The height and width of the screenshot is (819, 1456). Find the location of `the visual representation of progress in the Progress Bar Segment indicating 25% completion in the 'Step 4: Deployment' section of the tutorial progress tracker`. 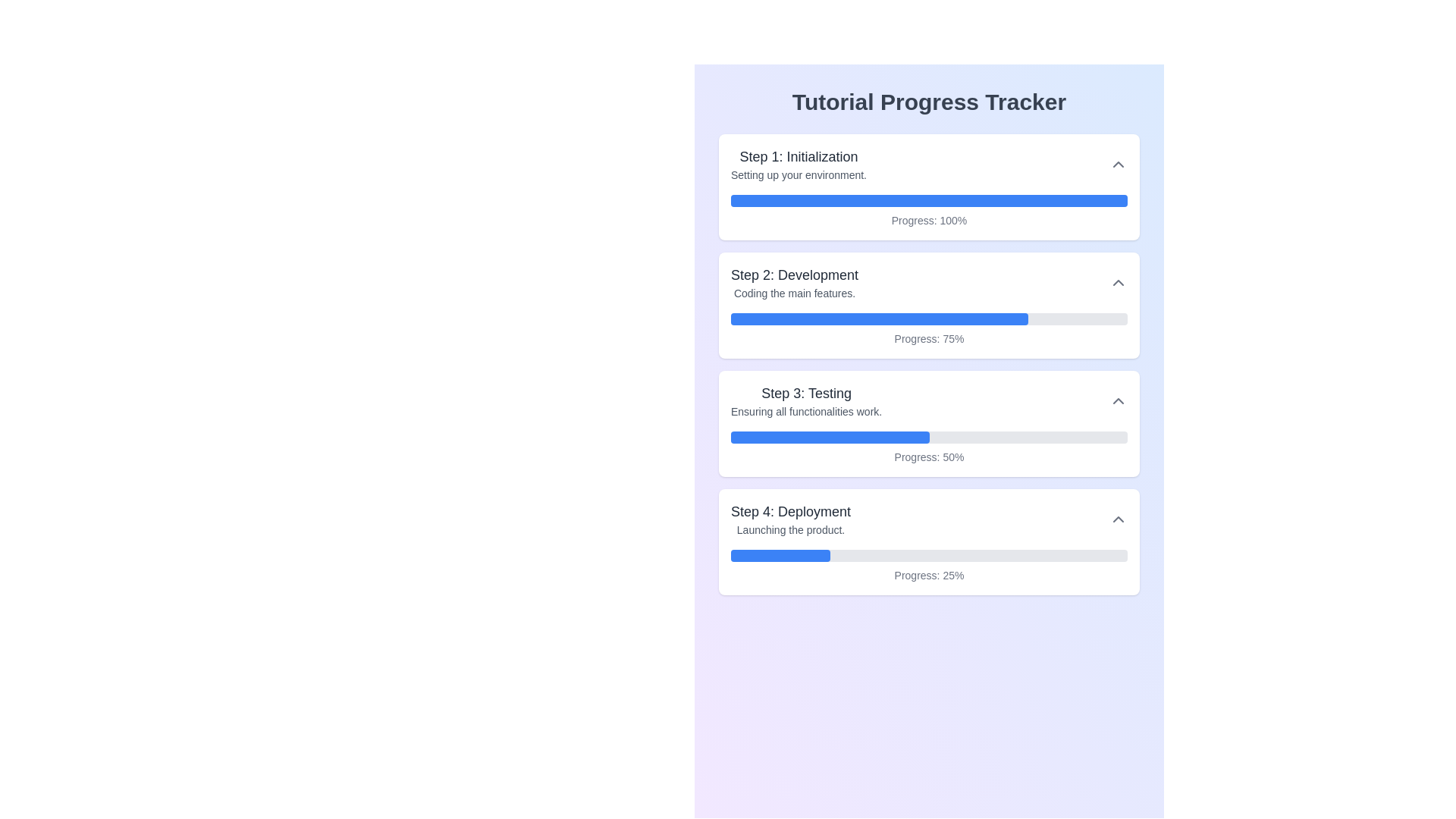

the visual representation of progress in the Progress Bar Segment indicating 25% completion in the 'Step 4: Deployment' section of the tutorial progress tracker is located at coordinates (780, 555).